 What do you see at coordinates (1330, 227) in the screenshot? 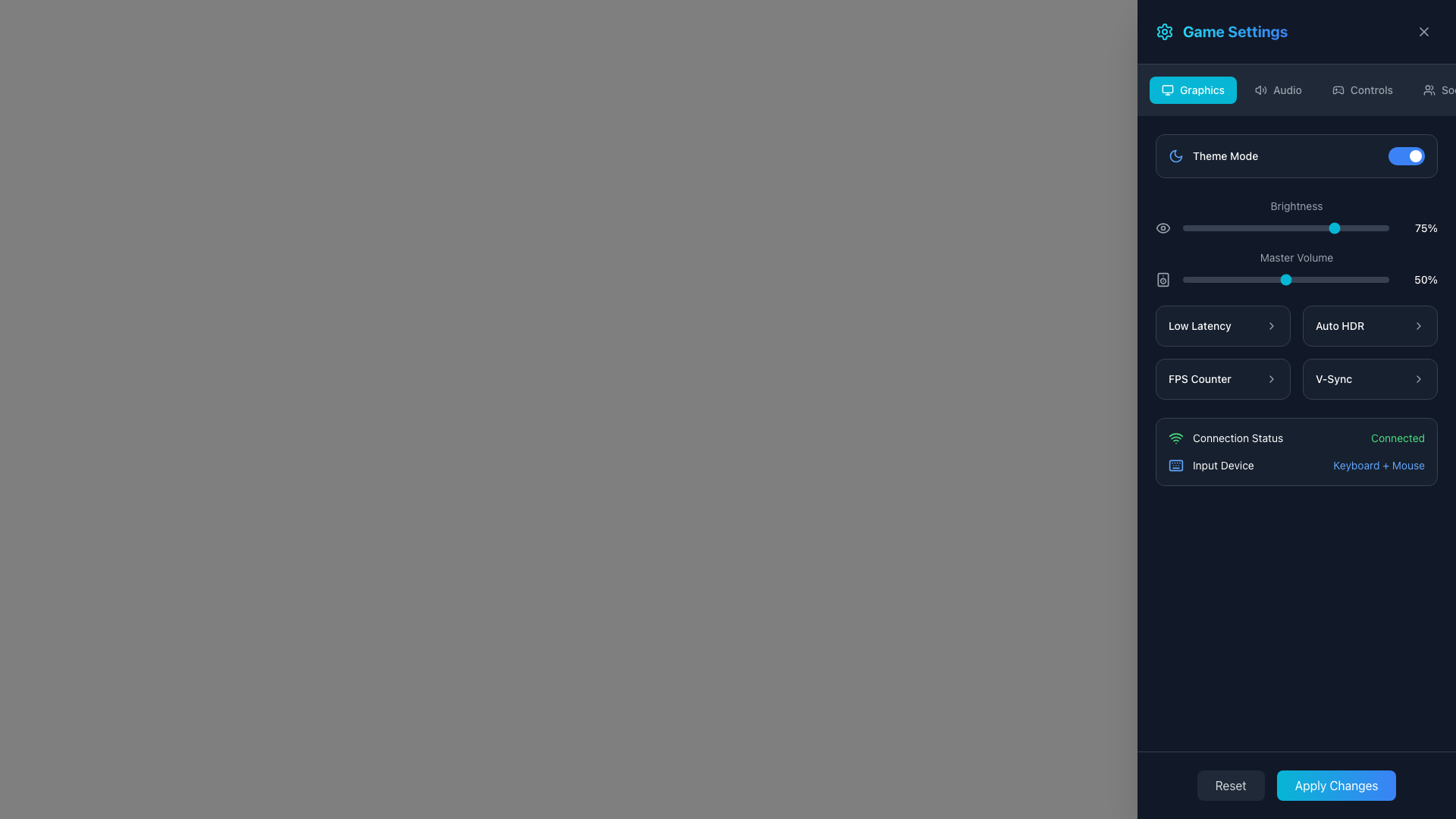
I see `the brightness` at bounding box center [1330, 227].